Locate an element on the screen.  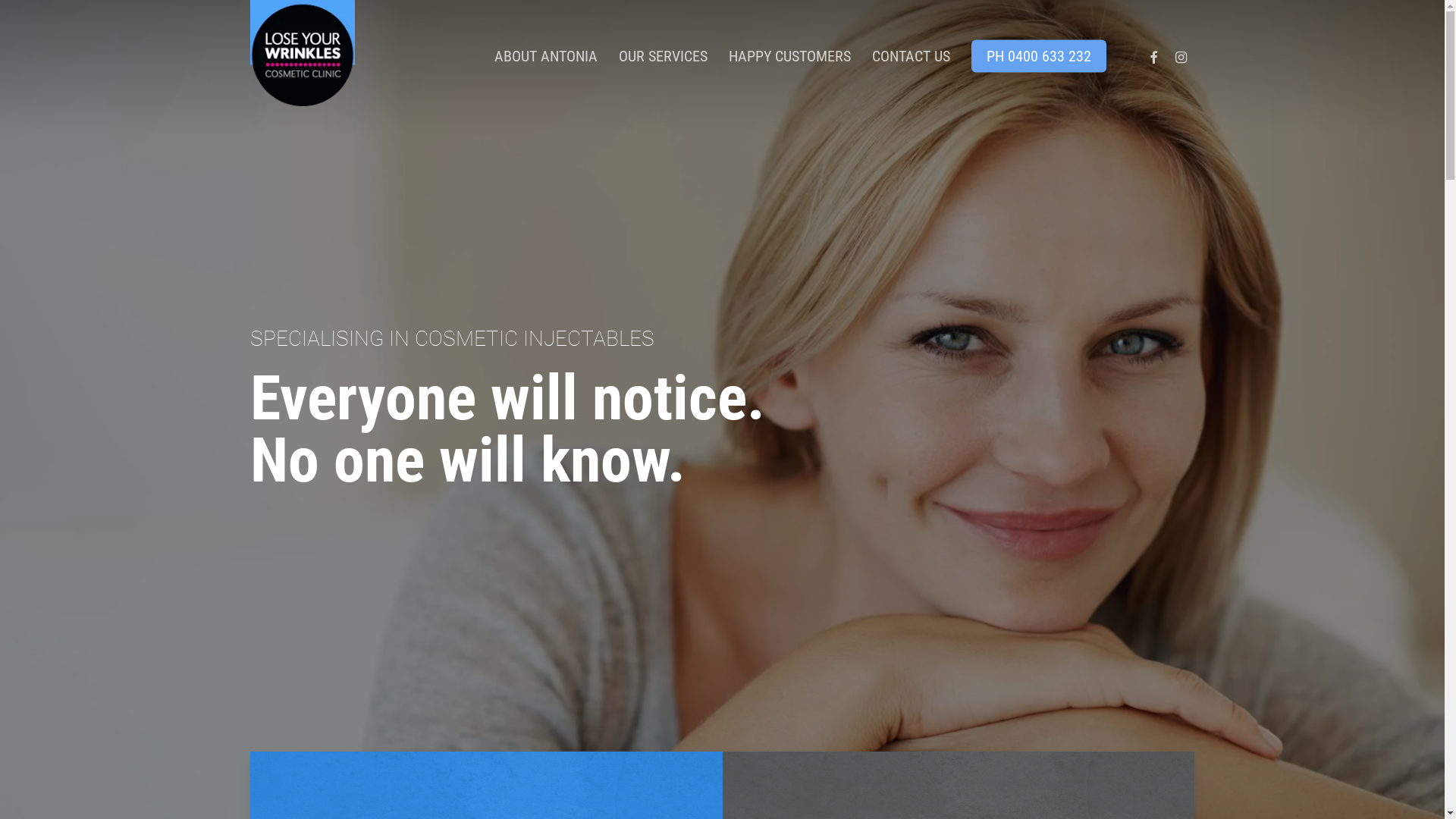
'CONTACT US' is located at coordinates (910, 55).